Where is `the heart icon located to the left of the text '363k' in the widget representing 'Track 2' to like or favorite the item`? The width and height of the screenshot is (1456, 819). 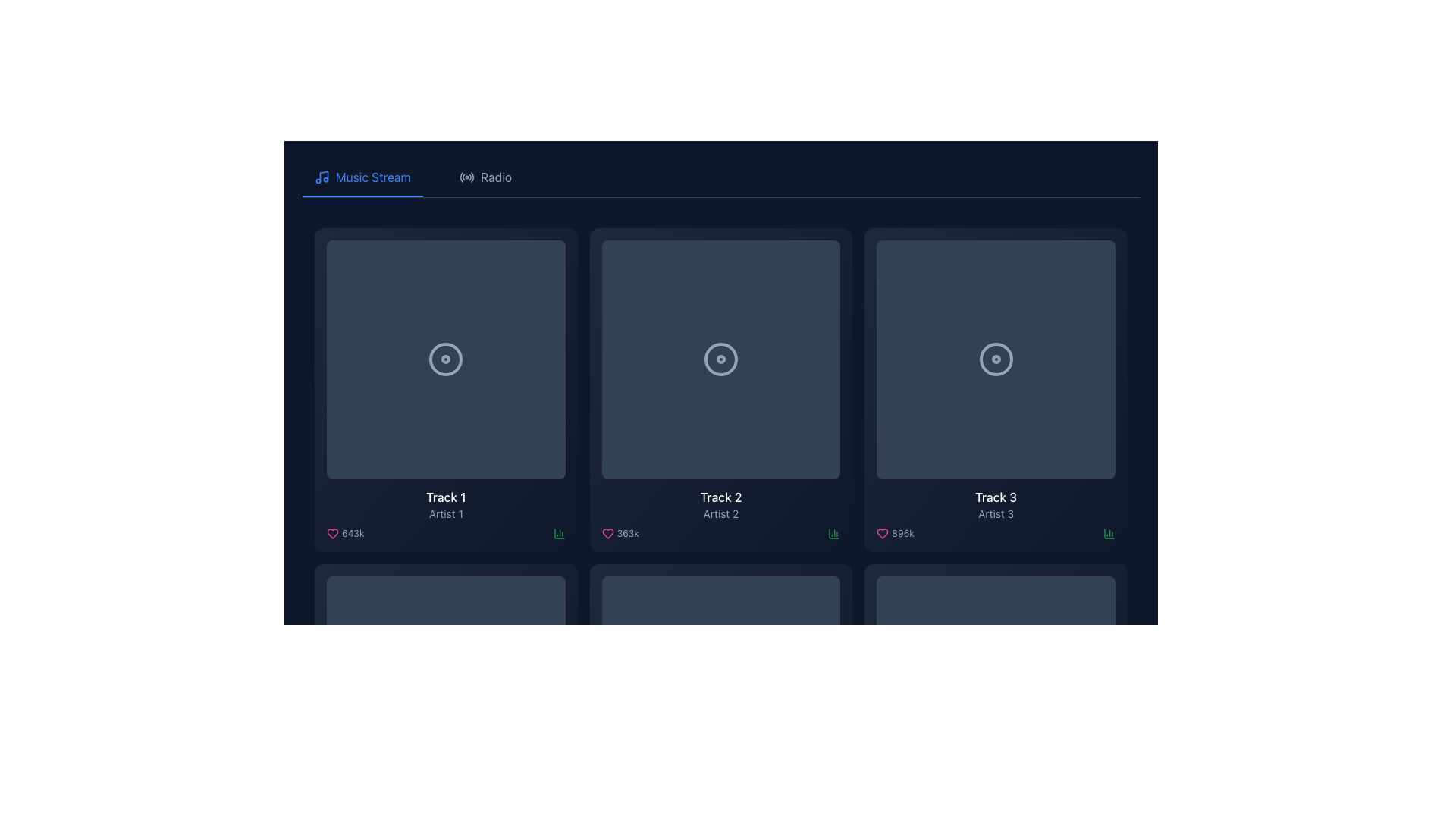 the heart icon located to the left of the text '363k' in the widget representing 'Track 2' to like or favorite the item is located at coordinates (607, 532).